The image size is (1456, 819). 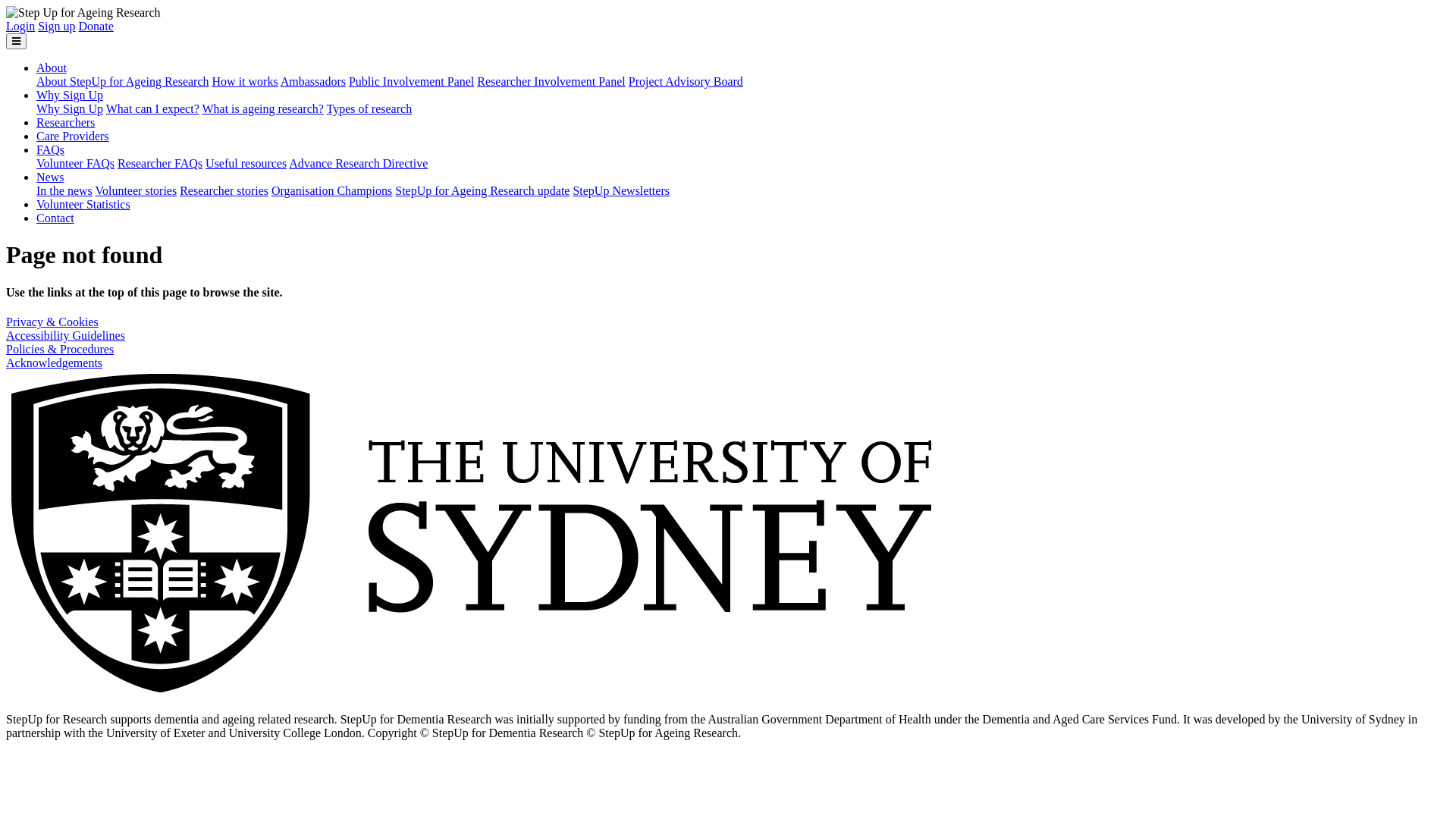 What do you see at coordinates (550, 81) in the screenshot?
I see `'Researcher Involvement Panel'` at bounding box center [550, 81].